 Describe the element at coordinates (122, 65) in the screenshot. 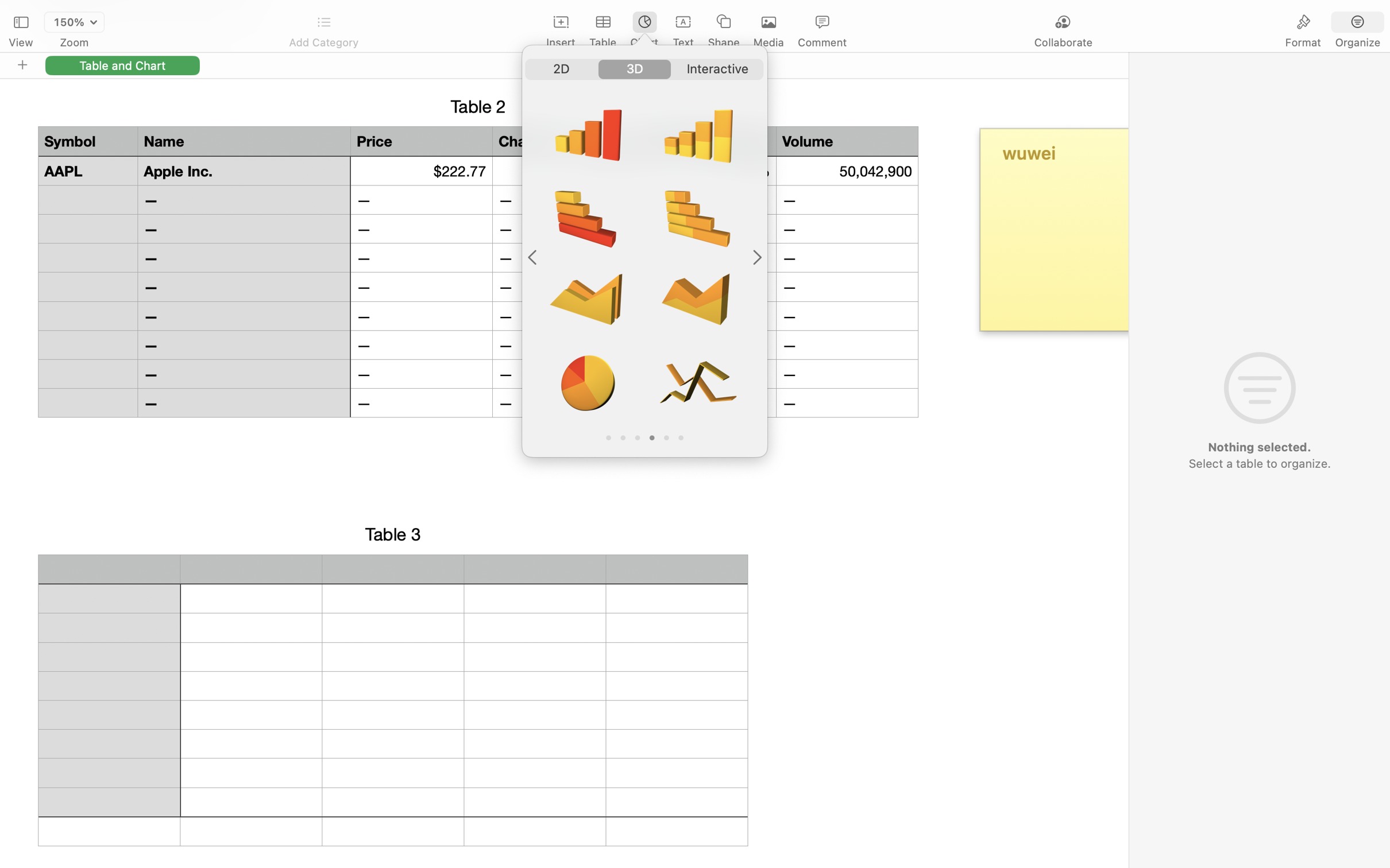

I see `'Table and Chart'` at that location.